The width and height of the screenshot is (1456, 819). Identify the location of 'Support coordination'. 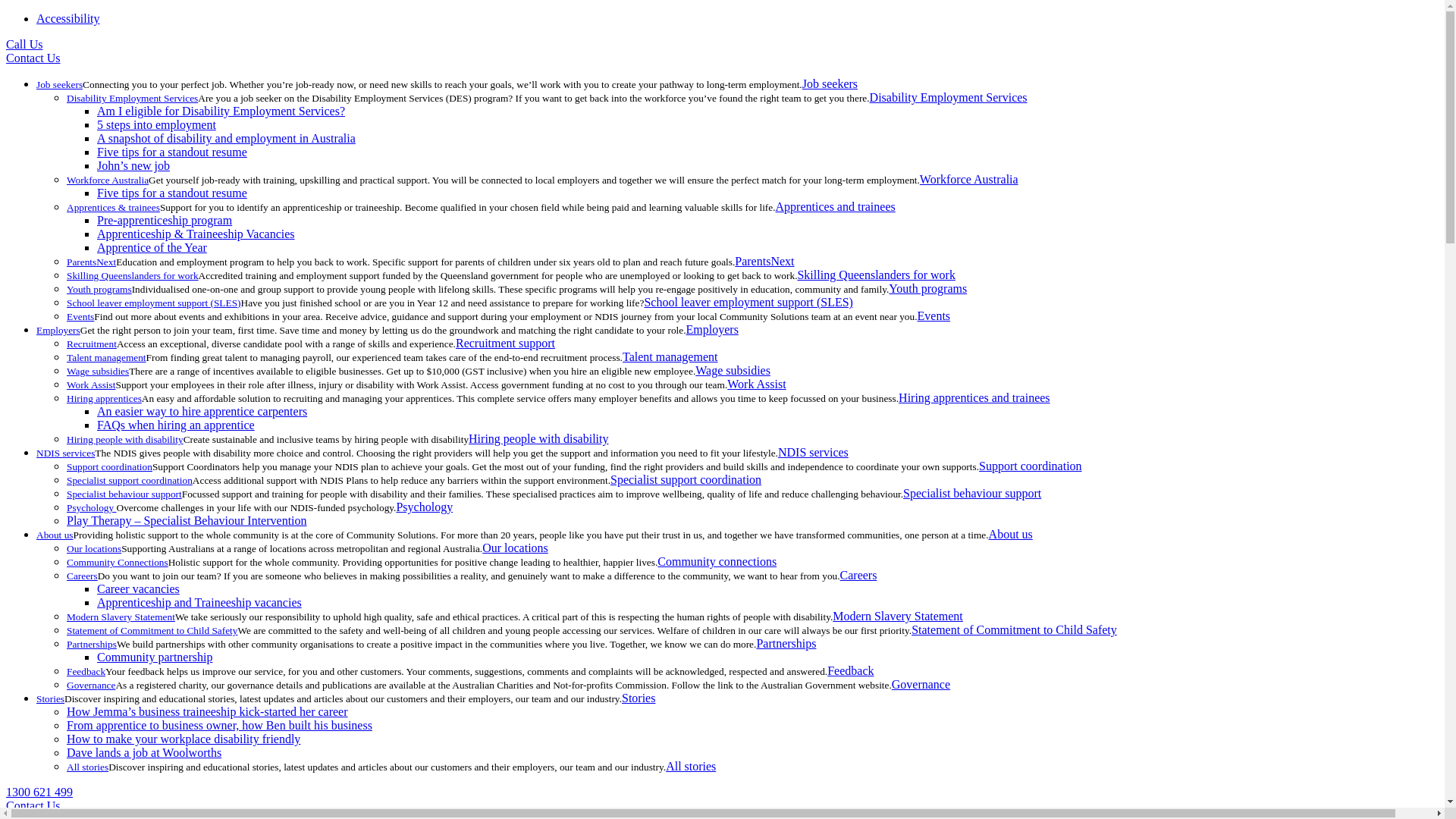
(108, 466).